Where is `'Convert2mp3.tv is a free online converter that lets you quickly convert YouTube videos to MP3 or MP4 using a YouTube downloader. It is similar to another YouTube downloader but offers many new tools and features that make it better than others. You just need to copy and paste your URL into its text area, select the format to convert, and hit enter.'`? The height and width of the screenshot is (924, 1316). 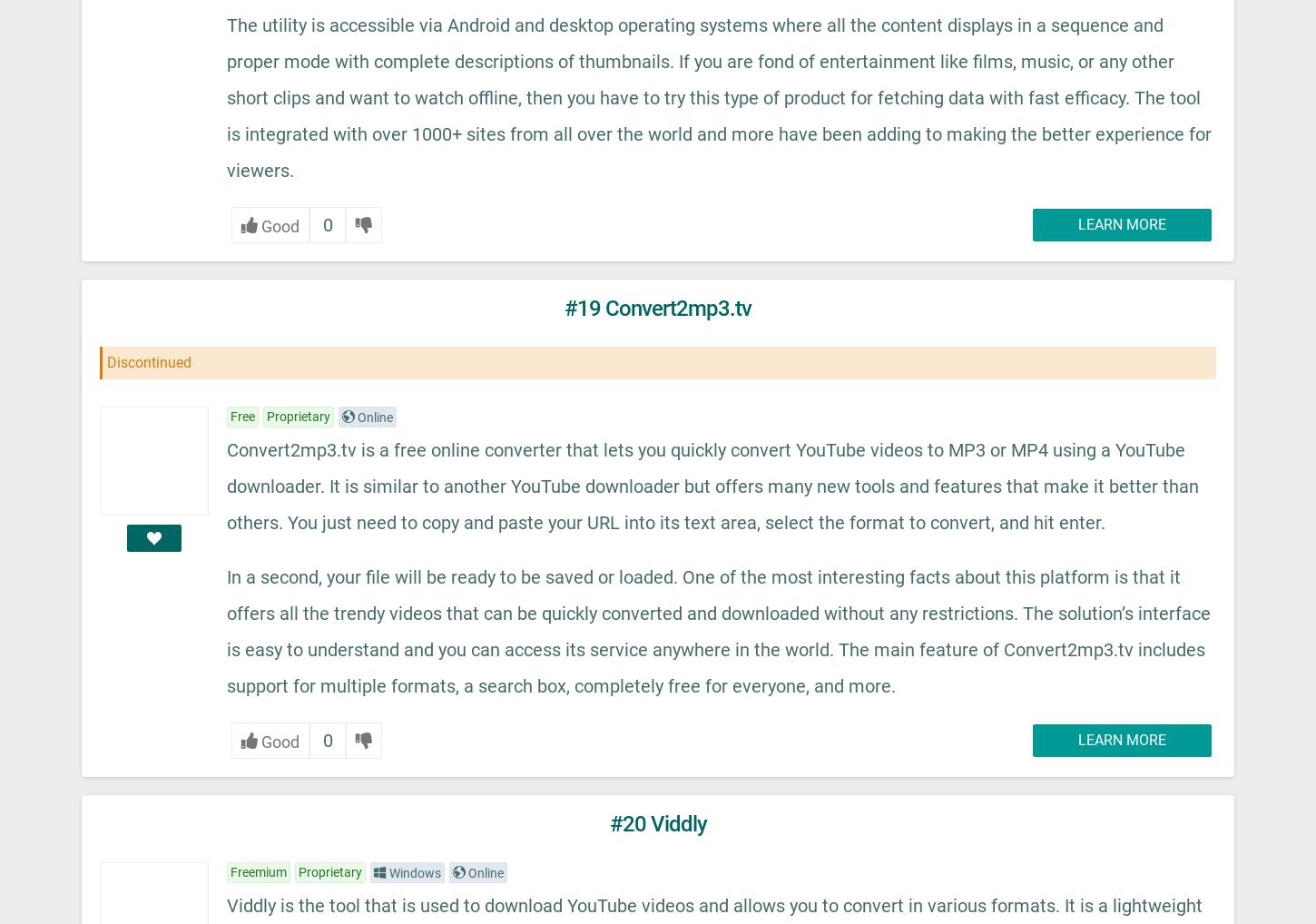
'Convert2mp3.tv is a free online converter that lets you quickly convert YouTube videos to MP3 or MP4 using a YouTube downloader. It is similar to another YouTube downloader but offers many new tools and features that make it better than others. You just need to copy and paste your URL into its text area, select the format to convert, and hit enter.' is located at coordinates (712, 484).